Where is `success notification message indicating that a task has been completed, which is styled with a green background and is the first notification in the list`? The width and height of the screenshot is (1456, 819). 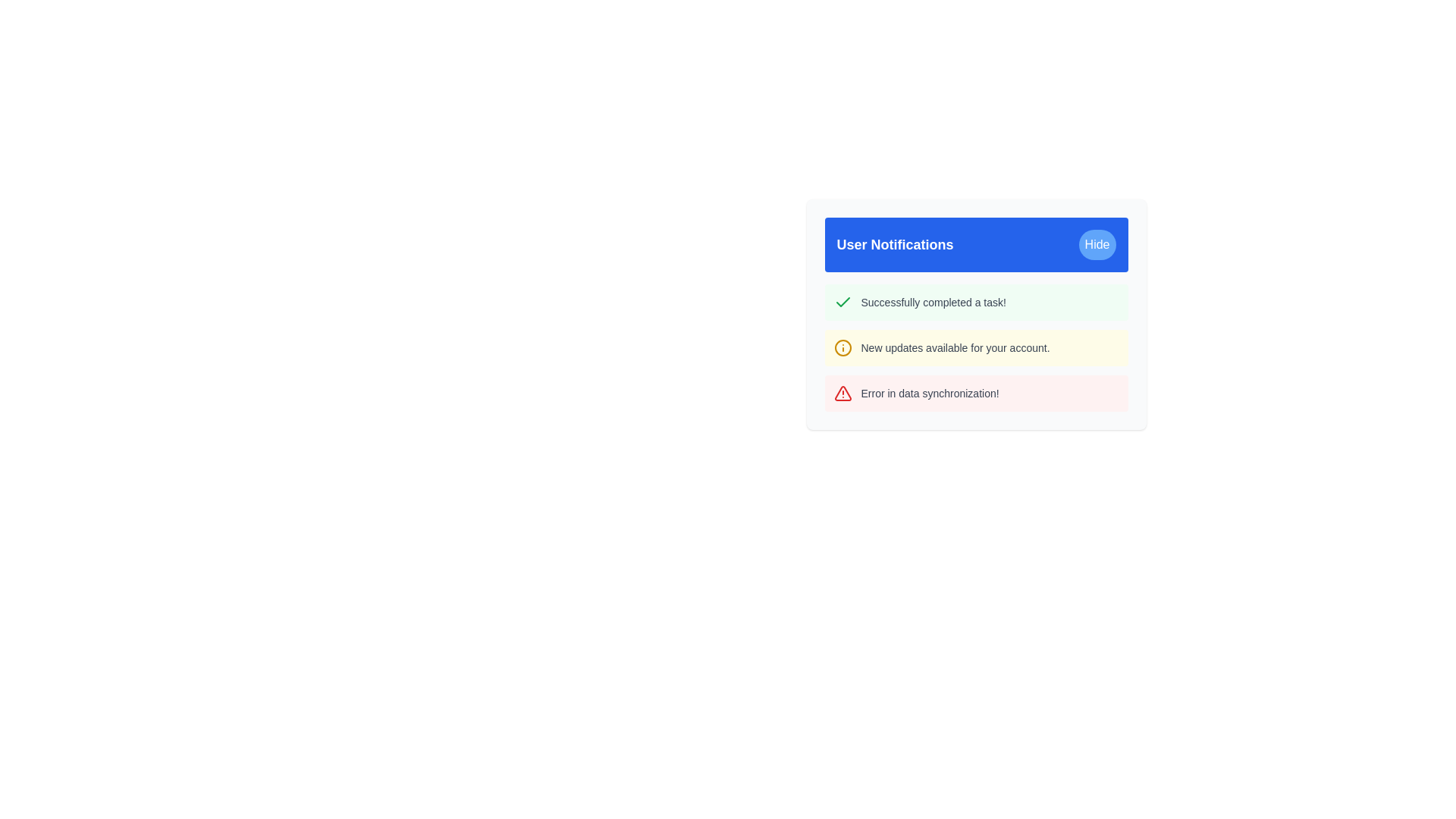 success notification message indicating that a task has been completed, which is styled with a green background and is the first notification in the list is located at coordinates (976, 302).